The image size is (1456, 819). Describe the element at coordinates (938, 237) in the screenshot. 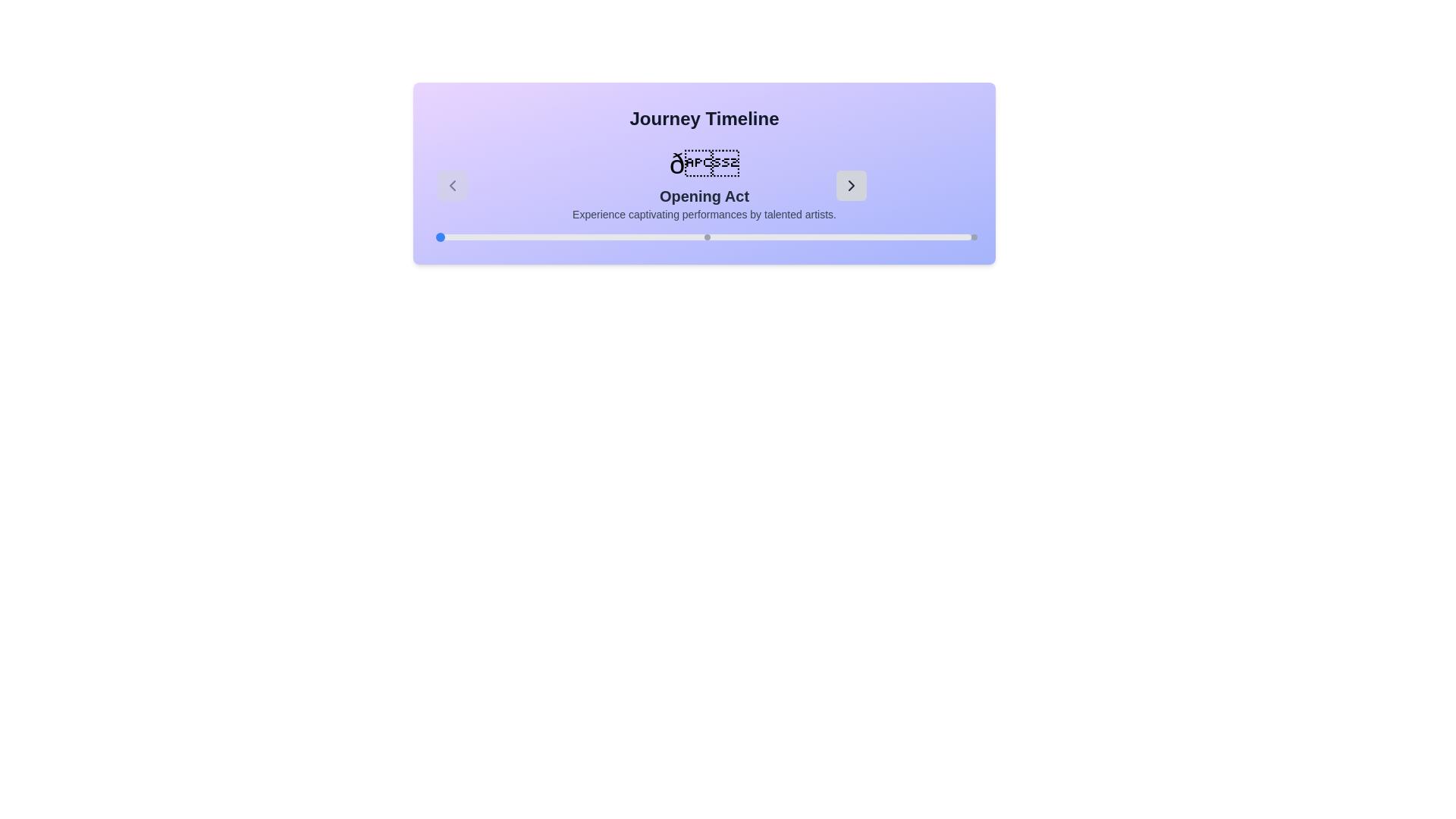

I see `the slider position` at that location.